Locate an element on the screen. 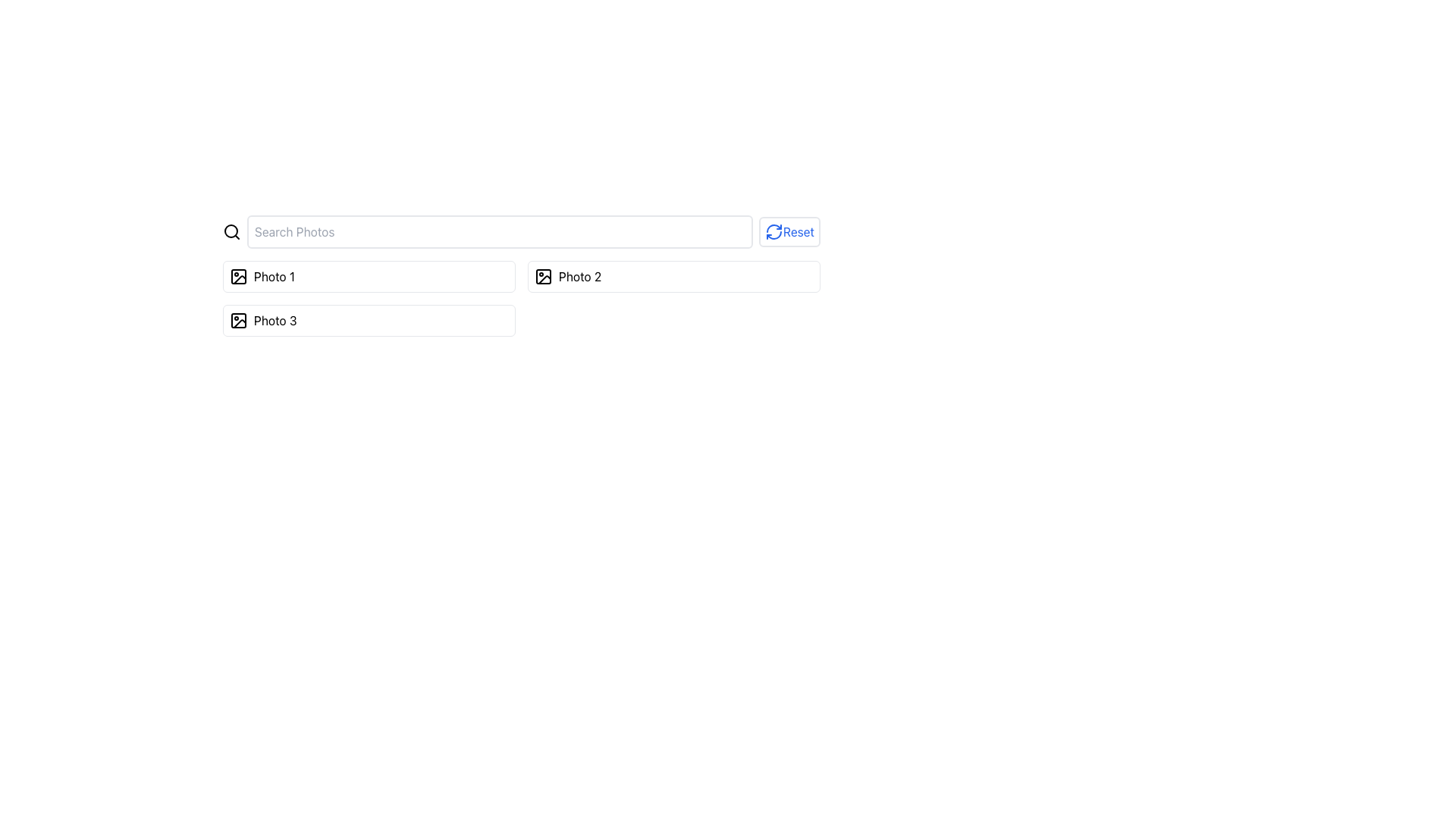 The width and height of the screenshot is (1456, 819). the first selectable list item labeled 'Photo 1' is located at coordinates (369, 277).